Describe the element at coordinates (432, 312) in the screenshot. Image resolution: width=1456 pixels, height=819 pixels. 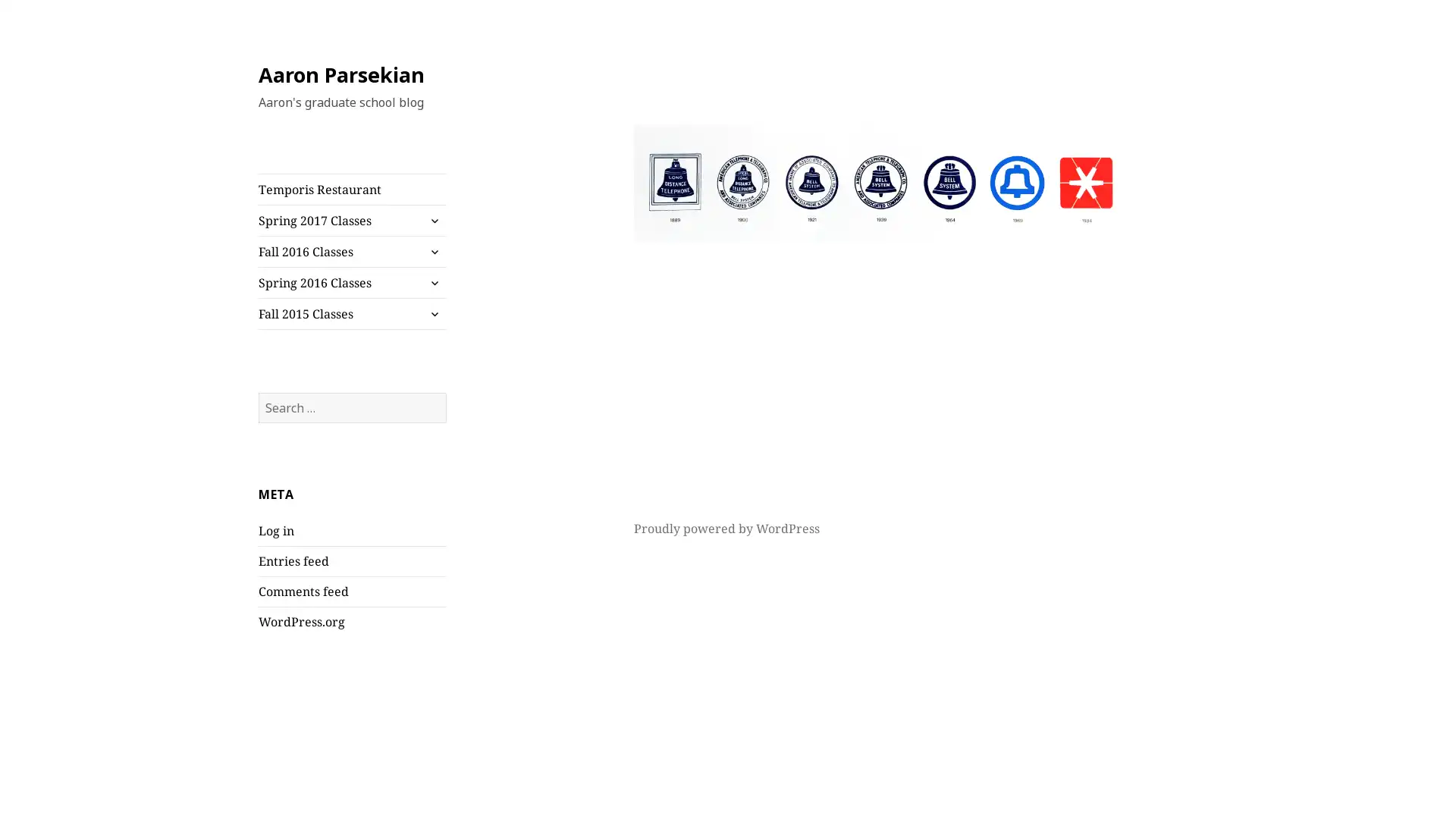
I see `expand child menu` at that location.